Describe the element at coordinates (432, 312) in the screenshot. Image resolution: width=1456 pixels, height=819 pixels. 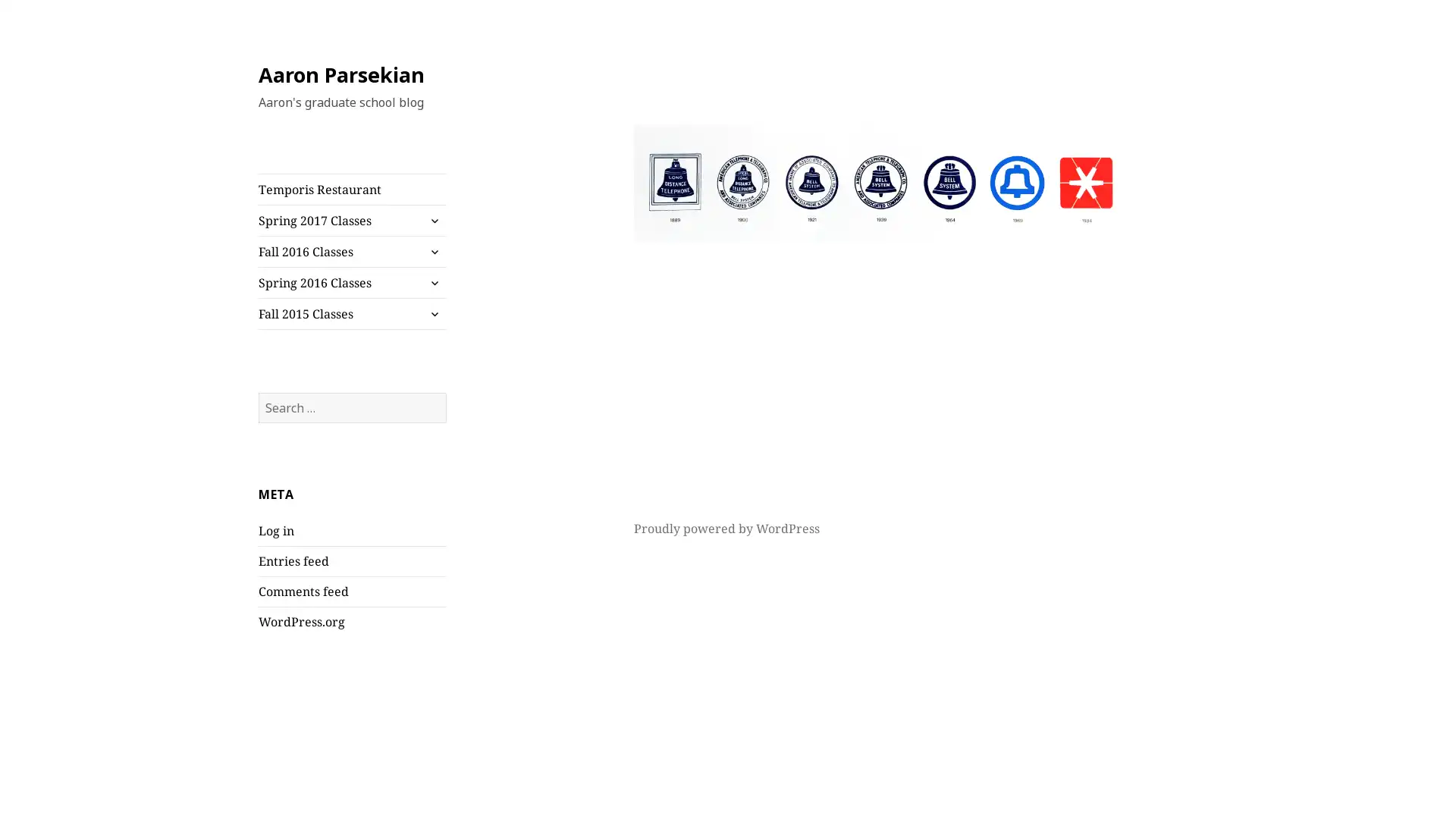
I see `expand child menu` at that location.